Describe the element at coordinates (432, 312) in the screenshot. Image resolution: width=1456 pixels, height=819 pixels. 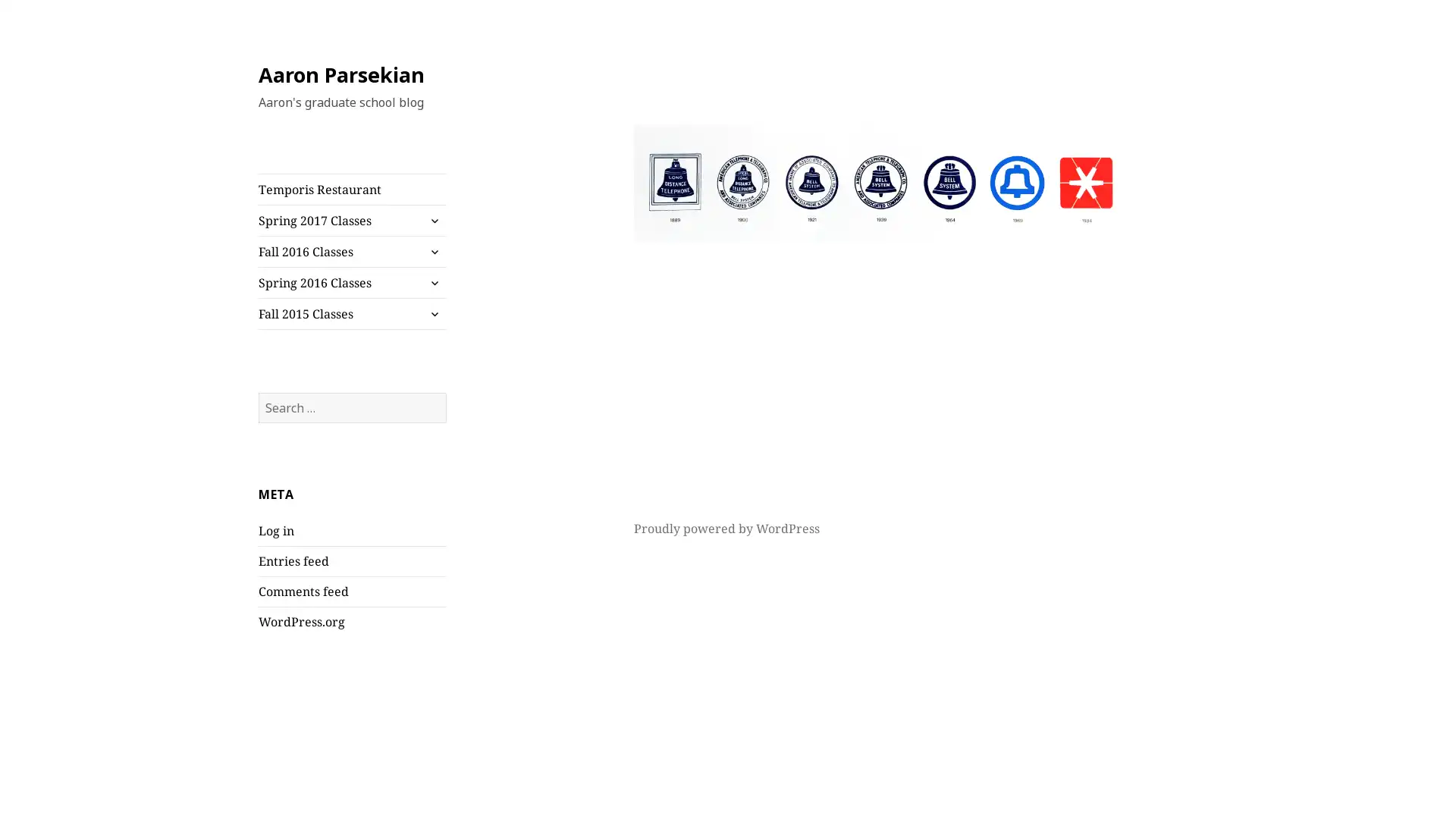
I see `expand child menu` at that location.